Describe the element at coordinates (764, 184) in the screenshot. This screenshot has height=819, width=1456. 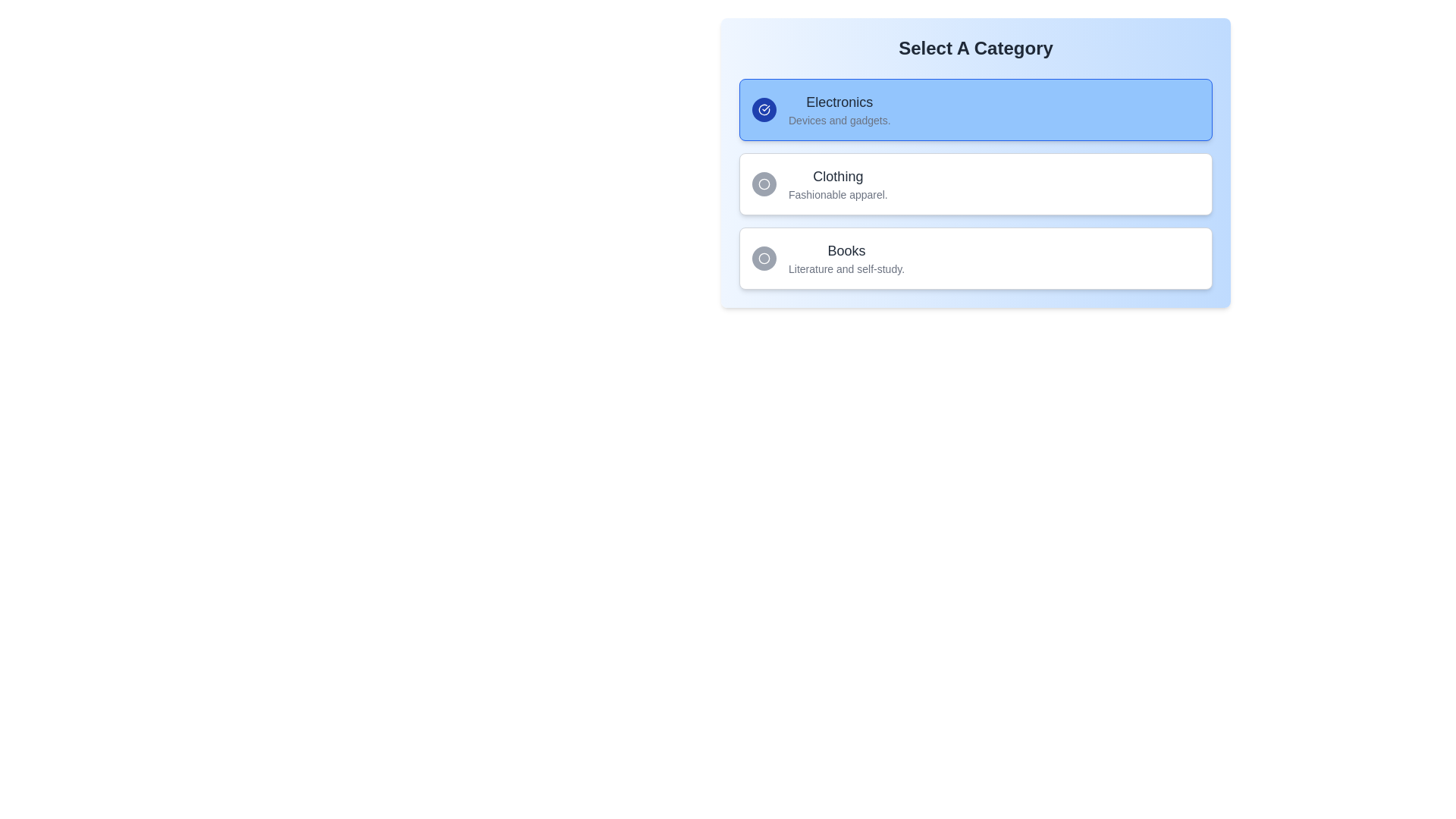
I see `the circular radio button with a gray background and white outline located to the left of the 'Clothing' text` at that location.